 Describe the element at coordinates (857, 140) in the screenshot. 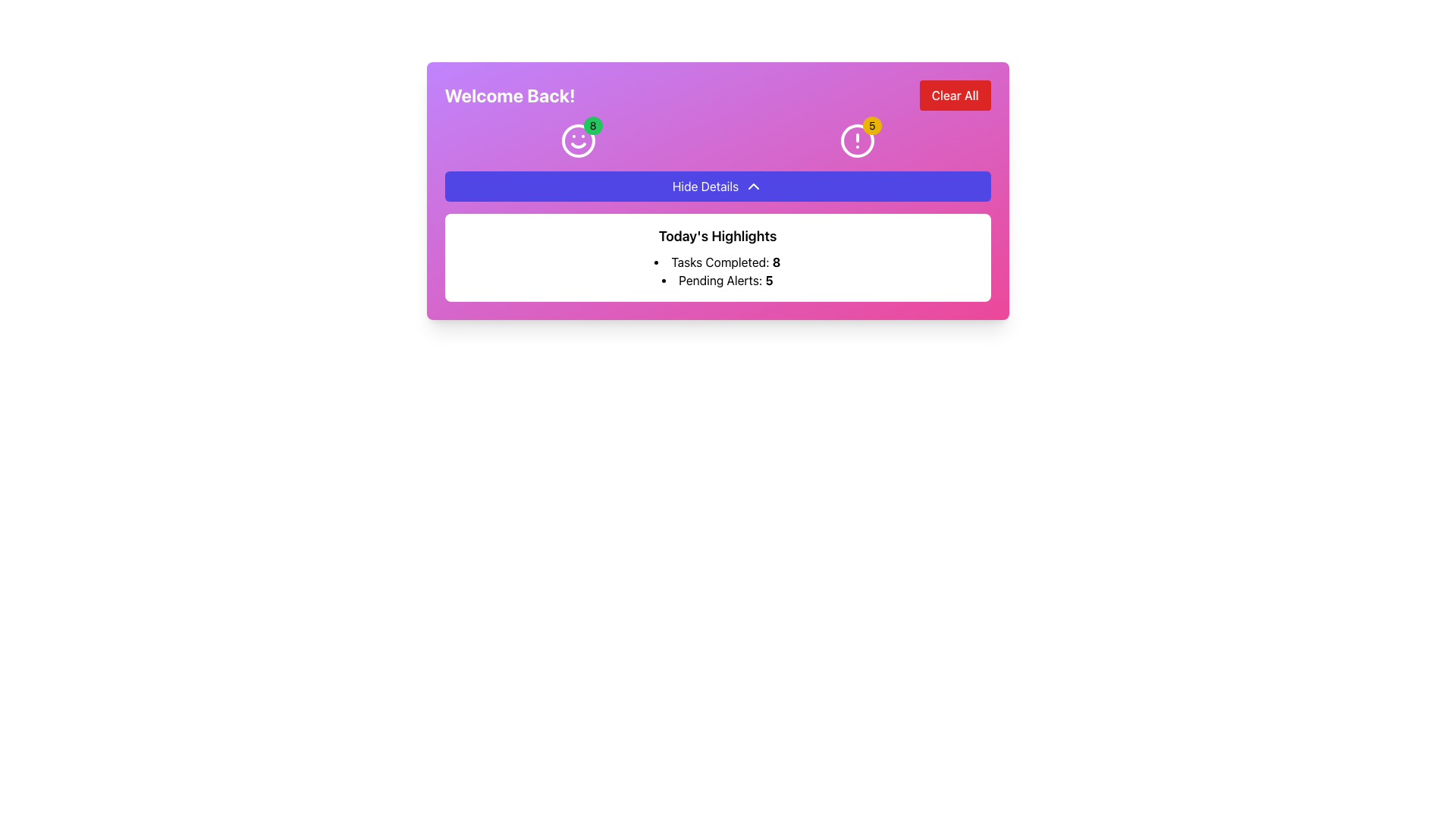

I see `the circular badge icon with an alert symbol and a yellow label '5' located at the top-right corner, positioned to the right of a smiling face icon` at that location.